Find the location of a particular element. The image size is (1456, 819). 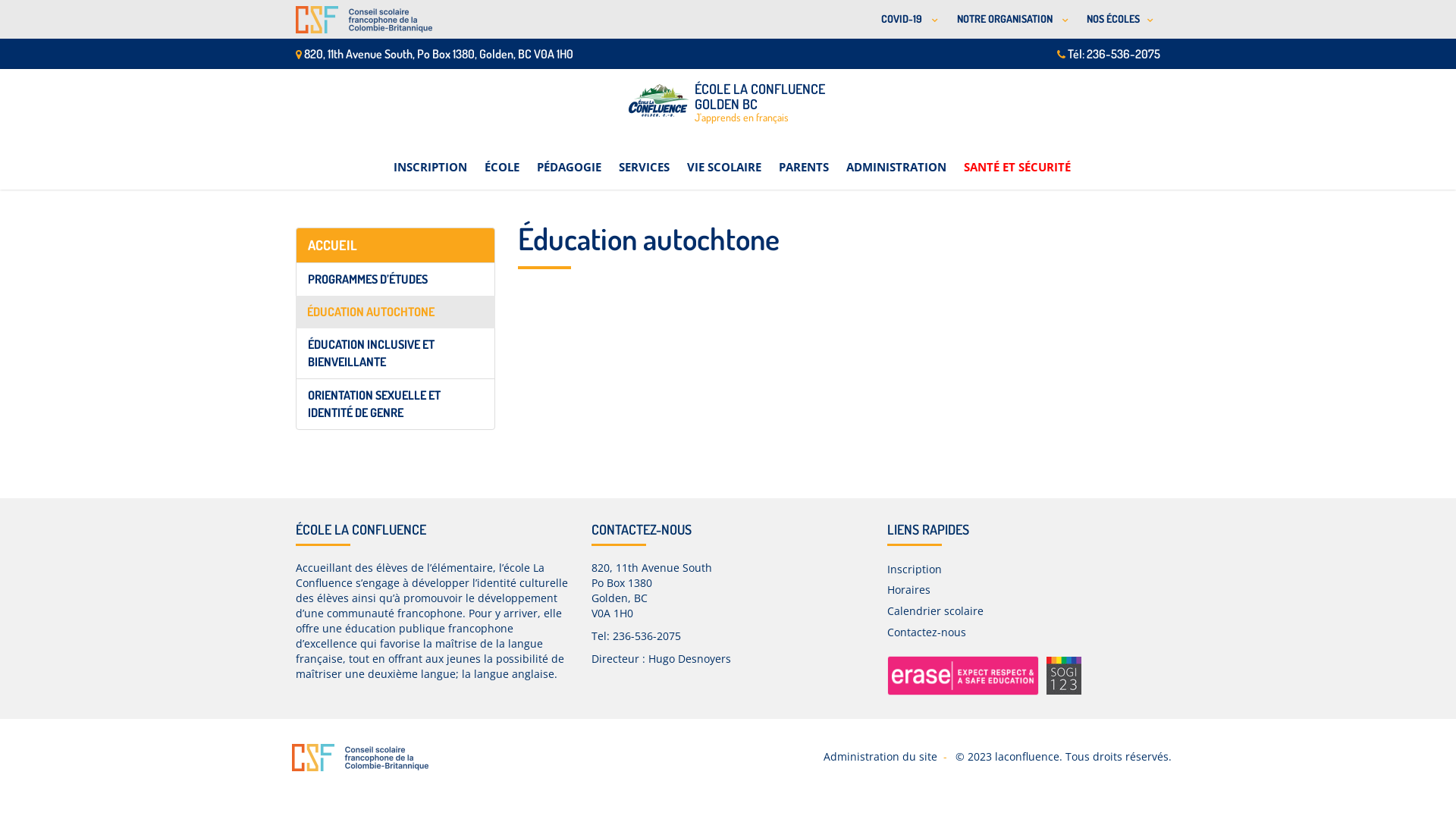

'VIE SCOLAIRE' is located at coordinates (723, 158).